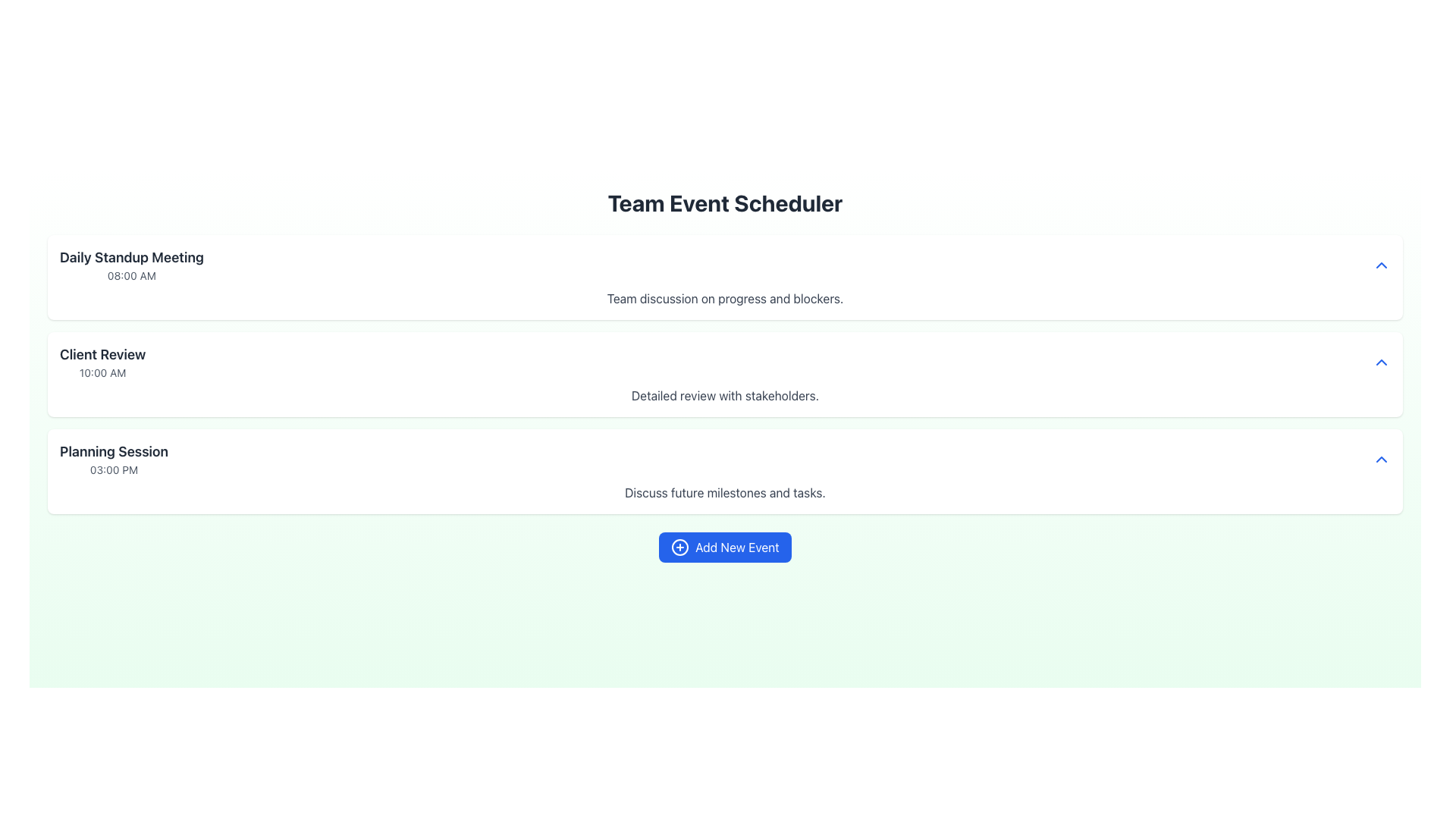 This screenshot has width=1456, height=819. I want to click on the Dropdown toggle button icon, which is a compact upward-pointing blue arrow located on the far right of the 'Daily Standup Meeting' row in the 'Team Event Scheduler' interface, so click(1382, 265).